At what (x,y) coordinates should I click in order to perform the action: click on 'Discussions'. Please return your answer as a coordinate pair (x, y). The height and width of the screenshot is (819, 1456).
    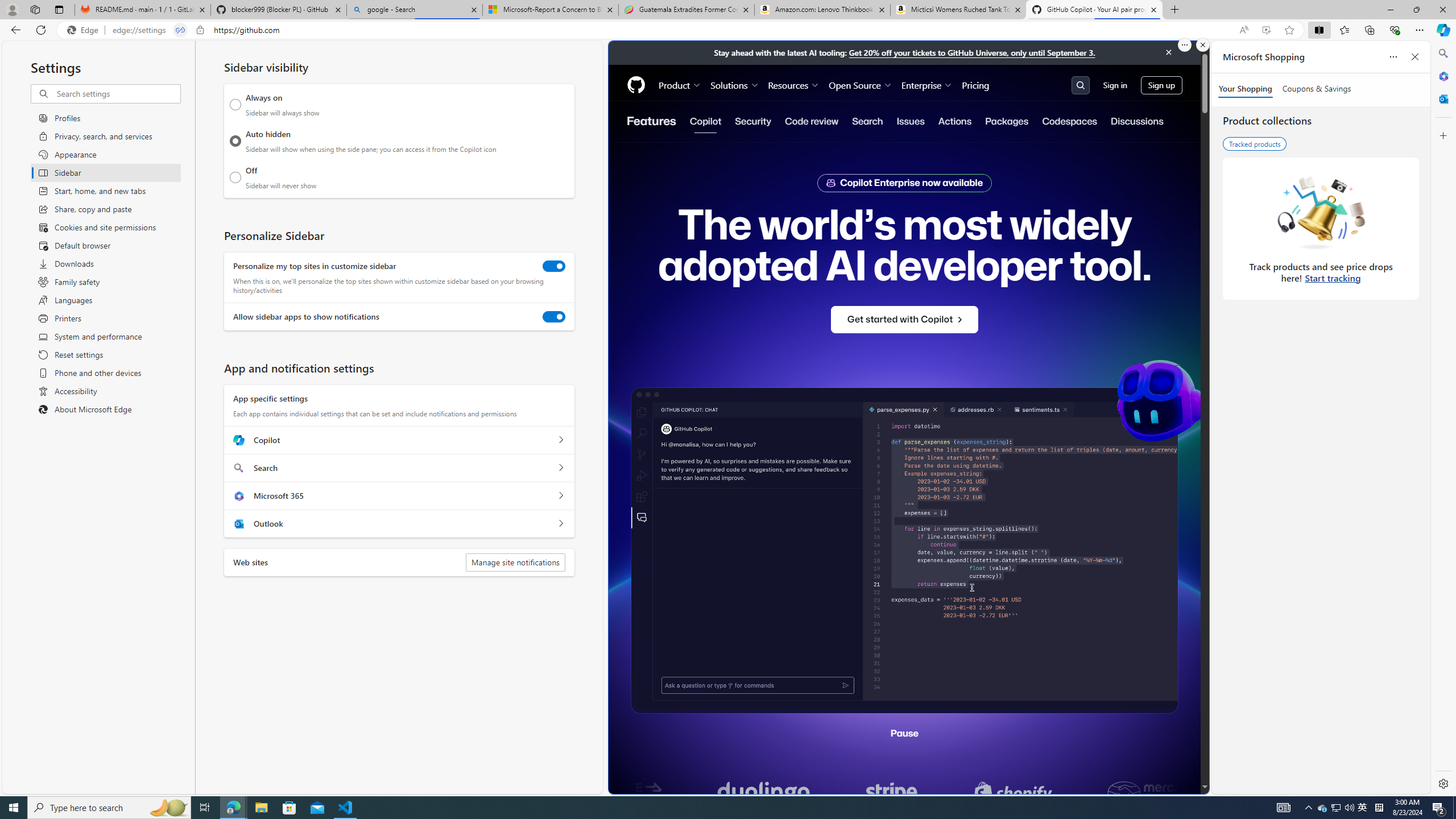
    Looking at the image, I should click on (1136, 121).